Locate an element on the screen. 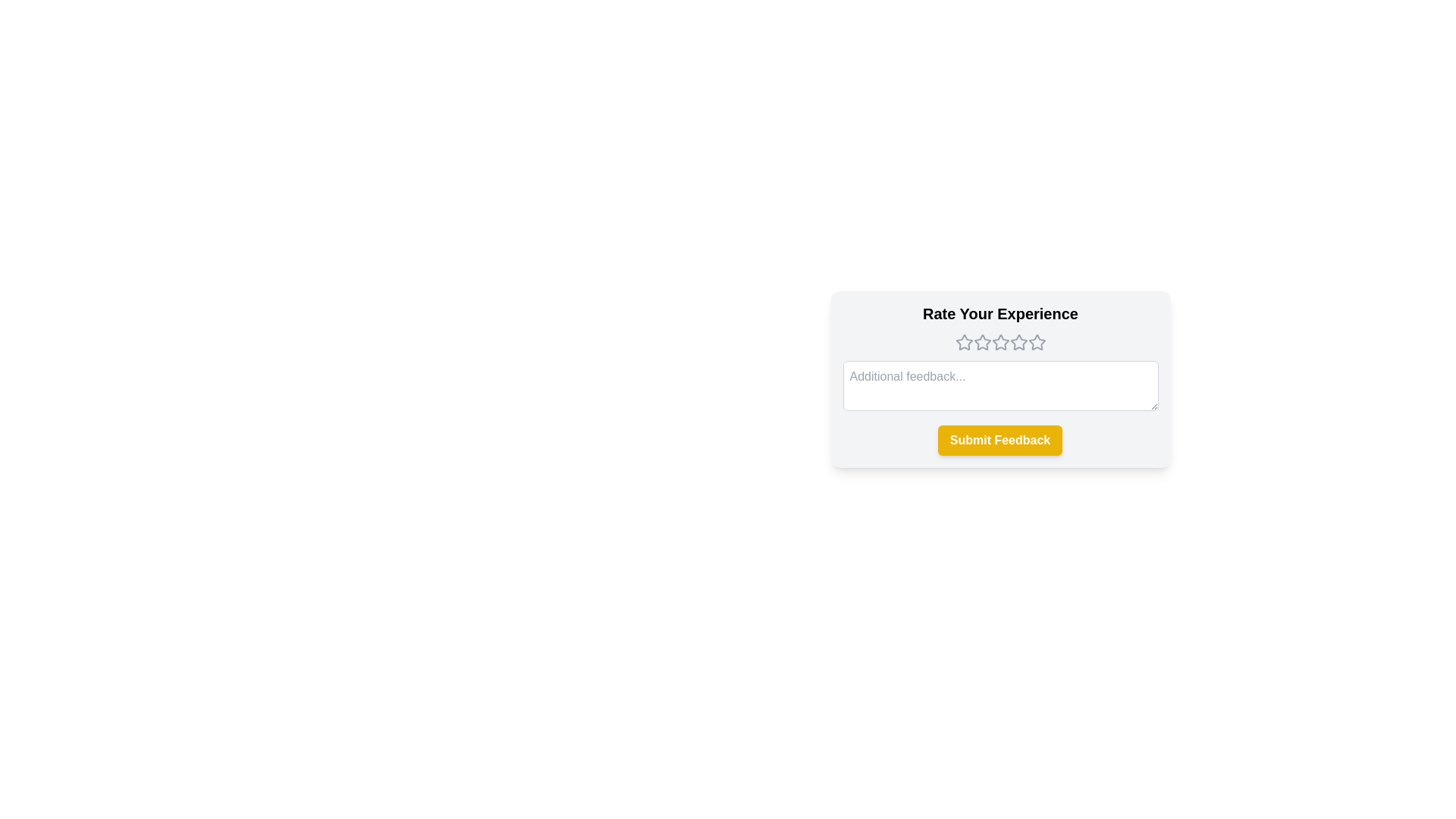 This screenshot has height=819, width=1456. the second star in the five-star rating system is located at coordinates (982, 342).